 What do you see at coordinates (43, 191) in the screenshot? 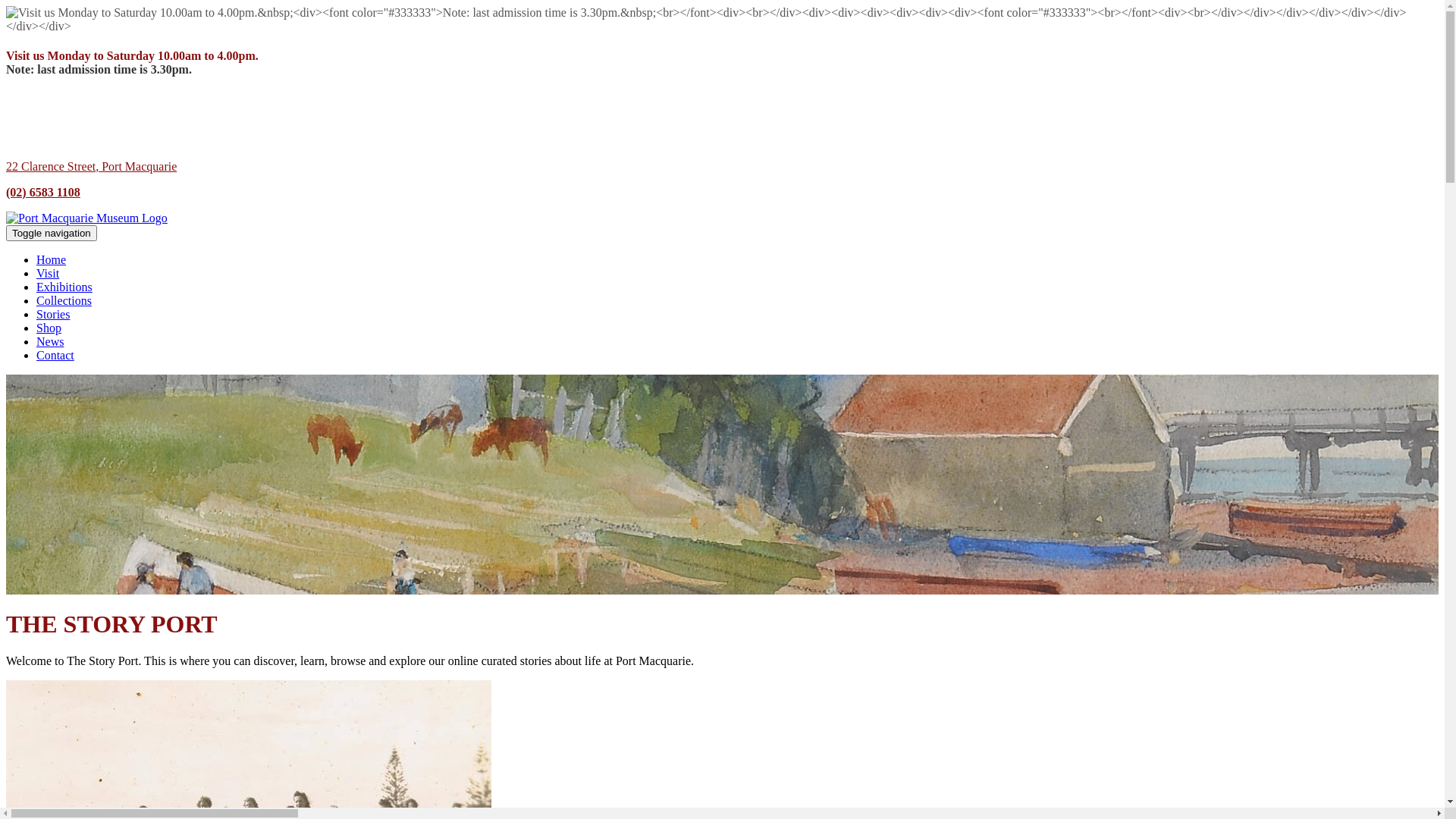
I see `'(02) 6583 1108'` at bounding box center [43, 191].